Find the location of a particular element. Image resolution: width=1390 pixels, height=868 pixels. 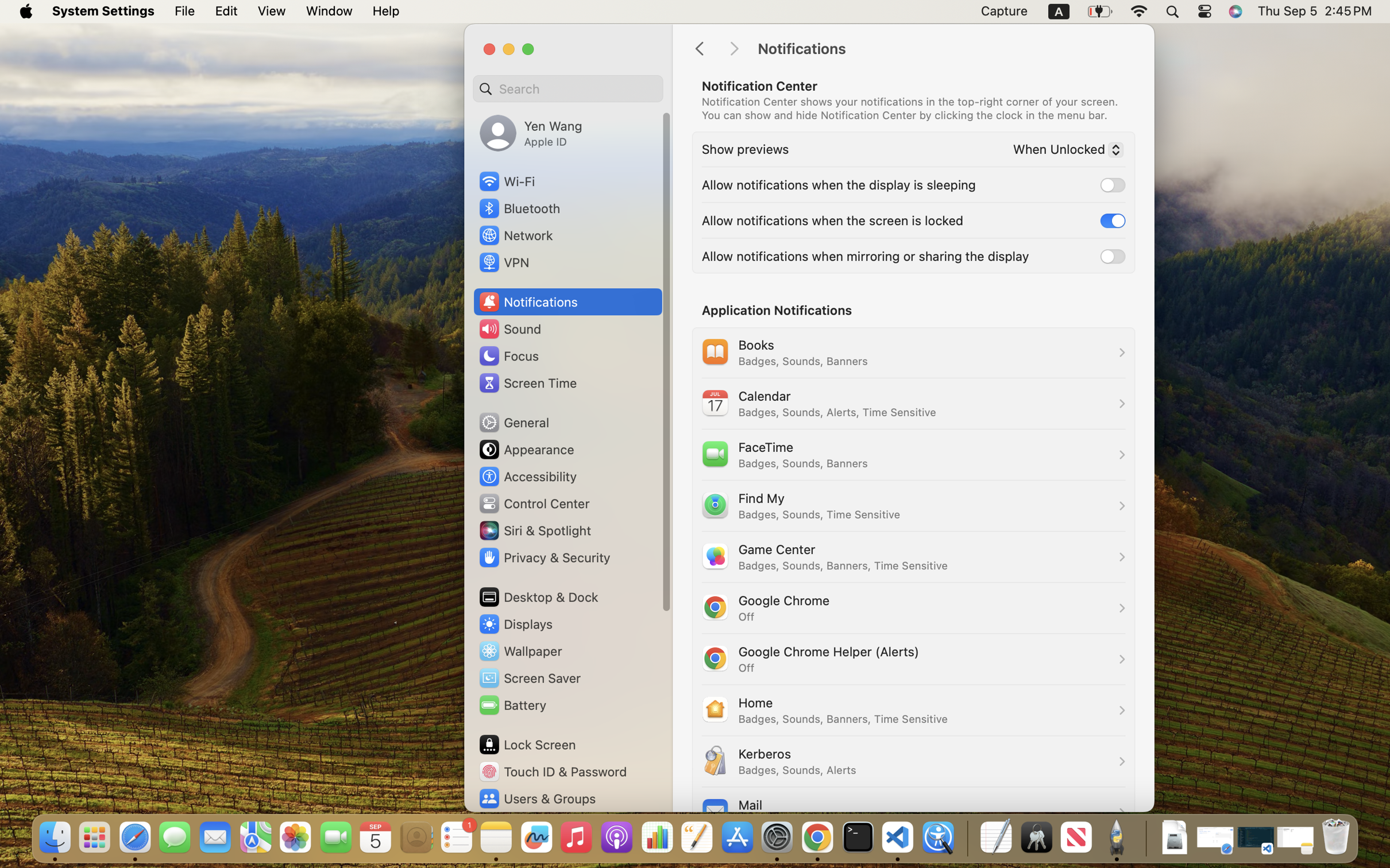

'Privacy & Security' is located at coordinates (543, 556).